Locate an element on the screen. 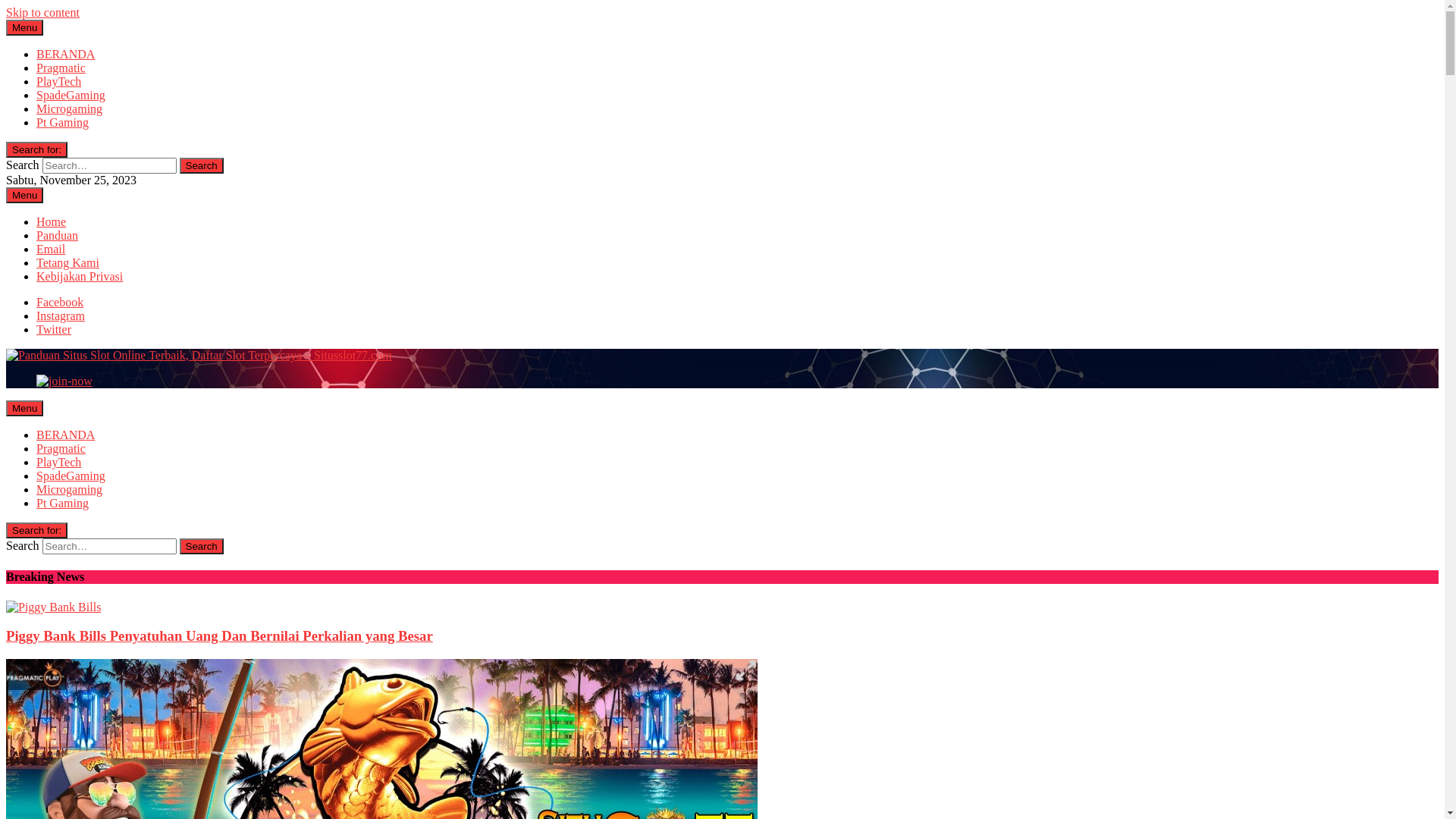  'Microgaming' is located at coordinates (68, 108).